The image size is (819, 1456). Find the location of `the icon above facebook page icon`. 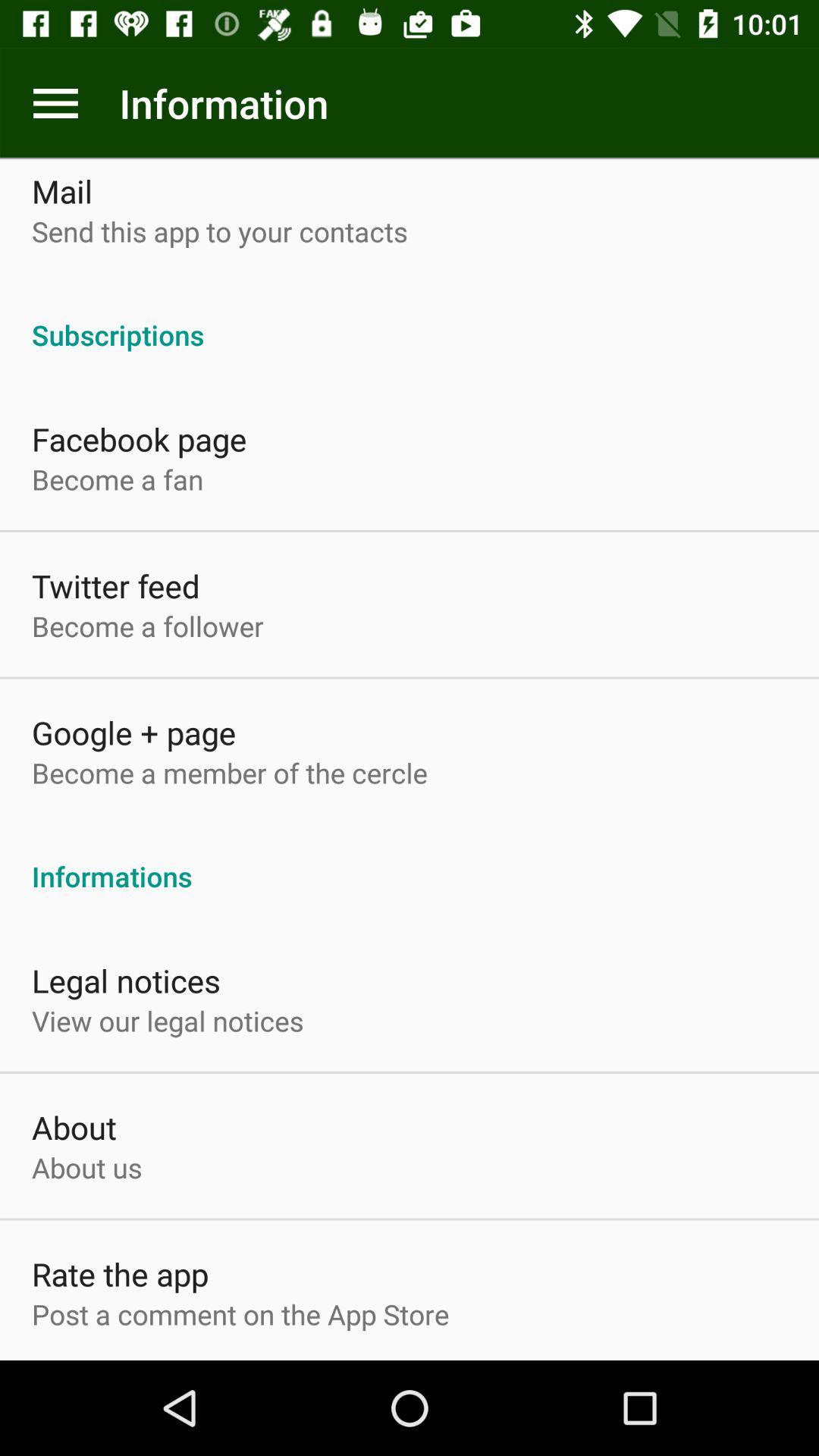

the icon above facebook page icon is located at coordinates (409, 318).